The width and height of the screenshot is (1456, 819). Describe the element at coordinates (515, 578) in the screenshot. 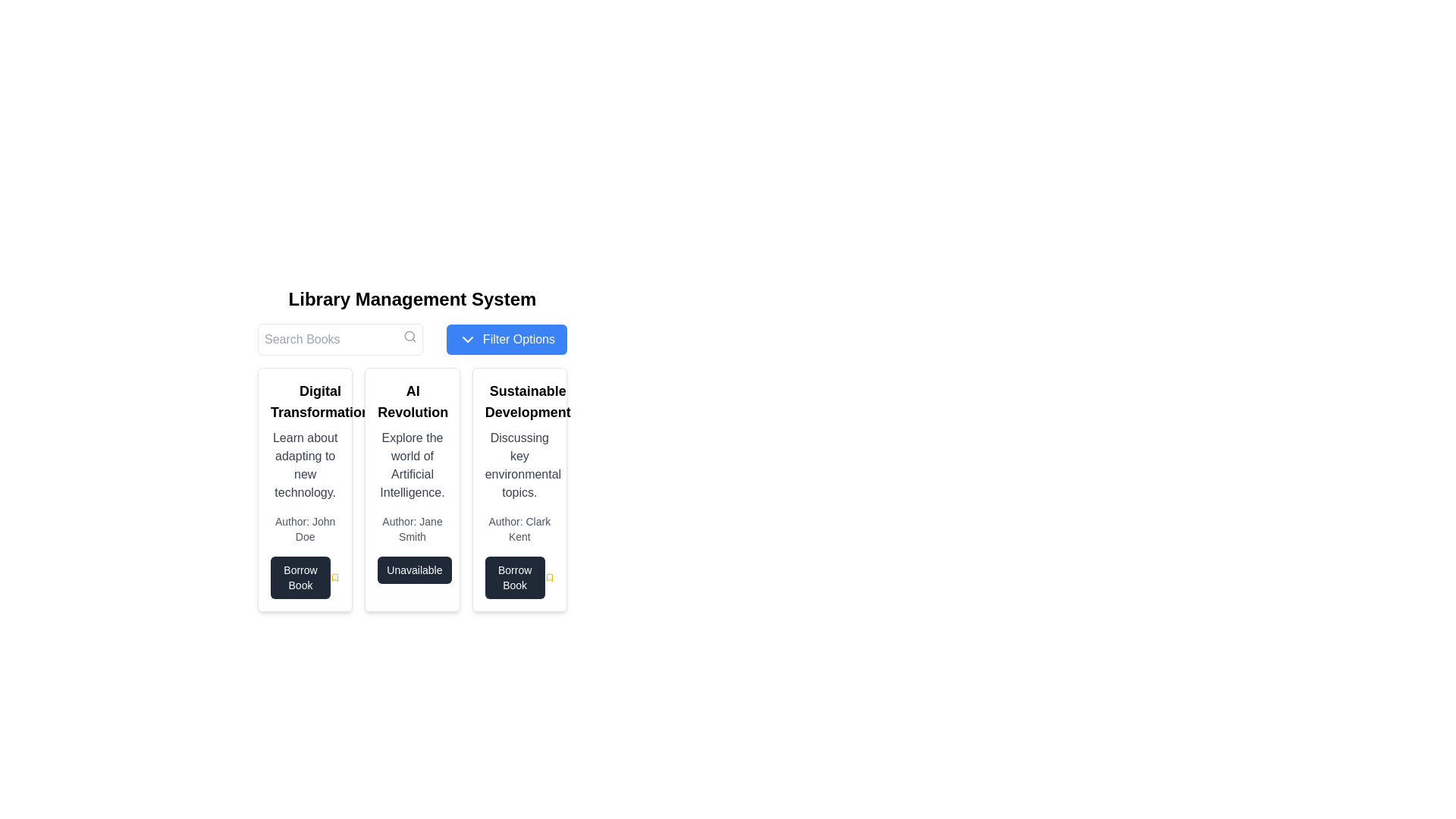

I see `the button that initiates the process of borrowing a book, located at the bottom center of the 'Sustainable Development' card` at that location.